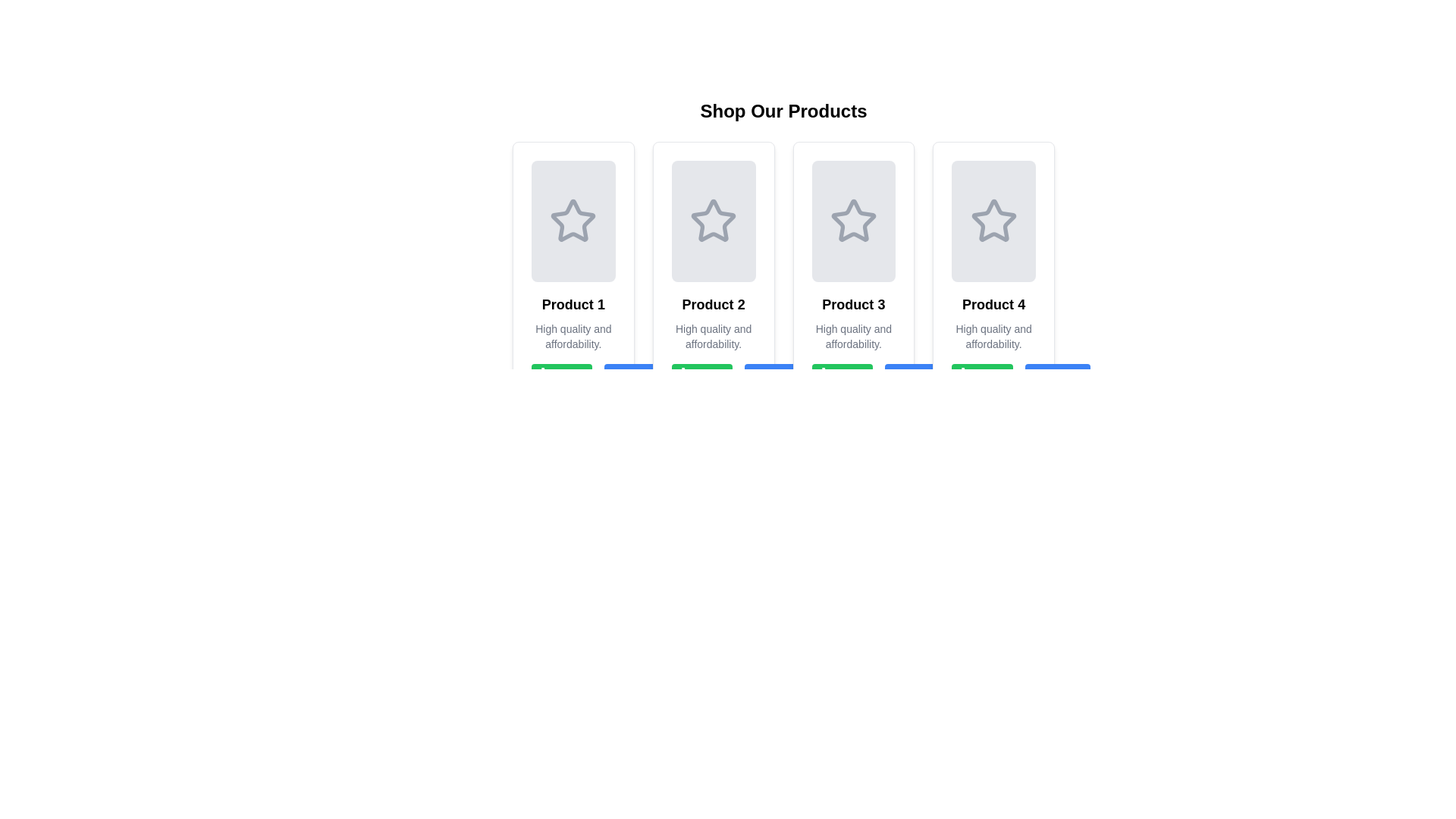  I want to click on the static text displaying 'Product 3' which is located in the third column of the product cards, positioned above the description text and below a star icon, so click(853, 304).